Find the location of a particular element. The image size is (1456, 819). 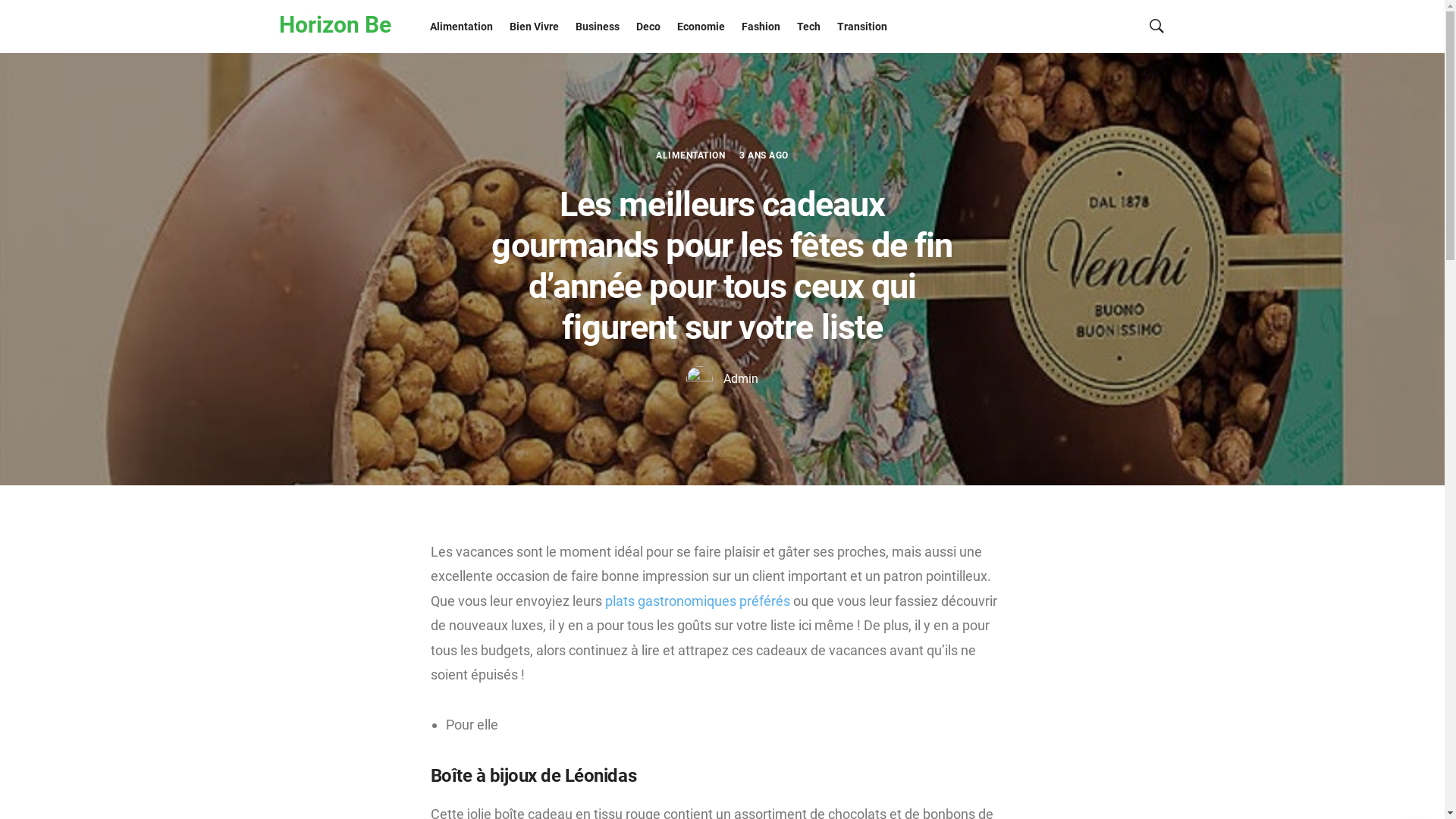

'Transition' is located at coordinates (861, 26).